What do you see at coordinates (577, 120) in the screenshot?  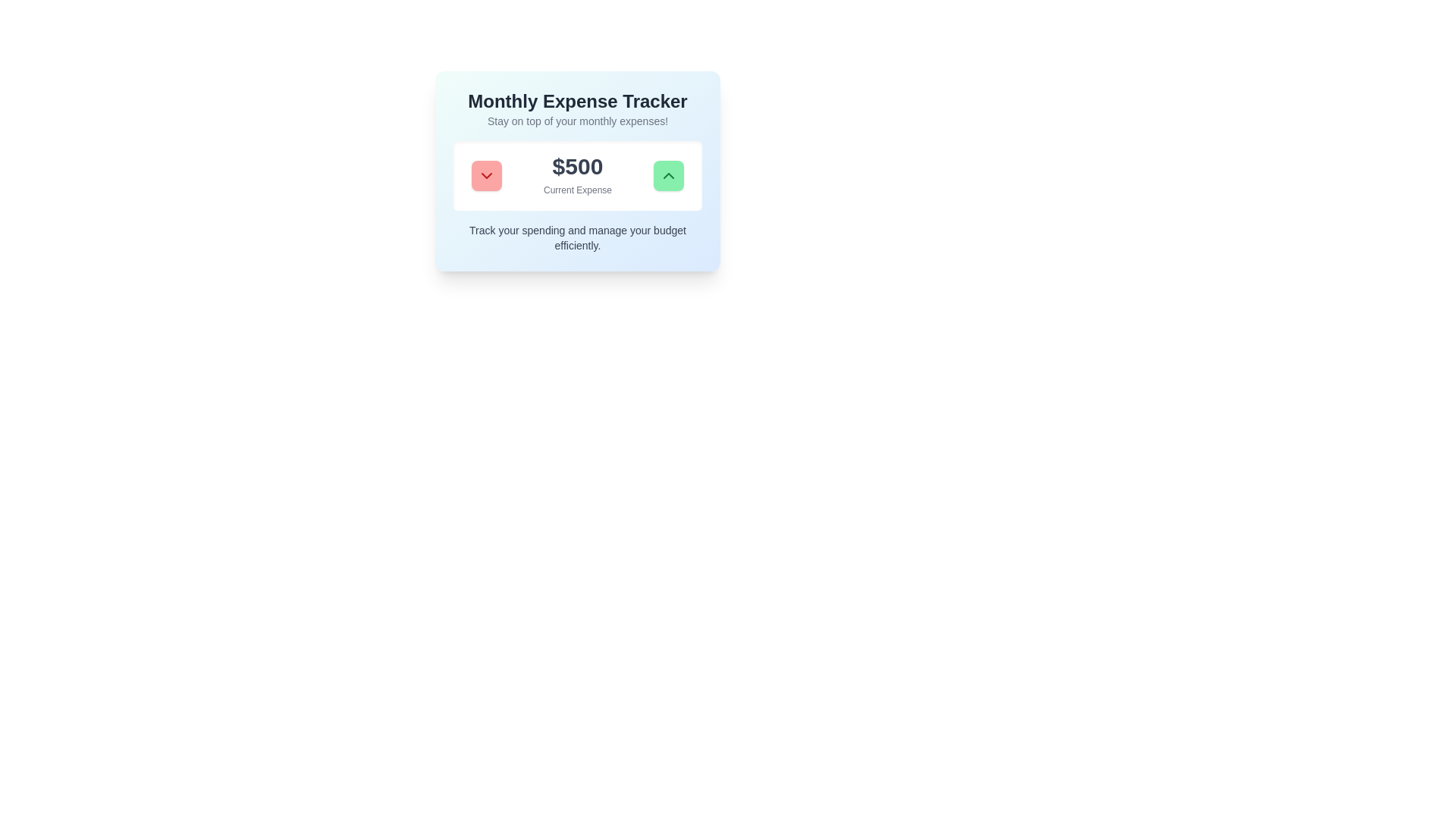 I see `the small-sized text label displaying 'Stay on top of your monthly expenses!' which is positioned below the header 'Monthly Expense Tracker'` at bounding box center [577, 120].